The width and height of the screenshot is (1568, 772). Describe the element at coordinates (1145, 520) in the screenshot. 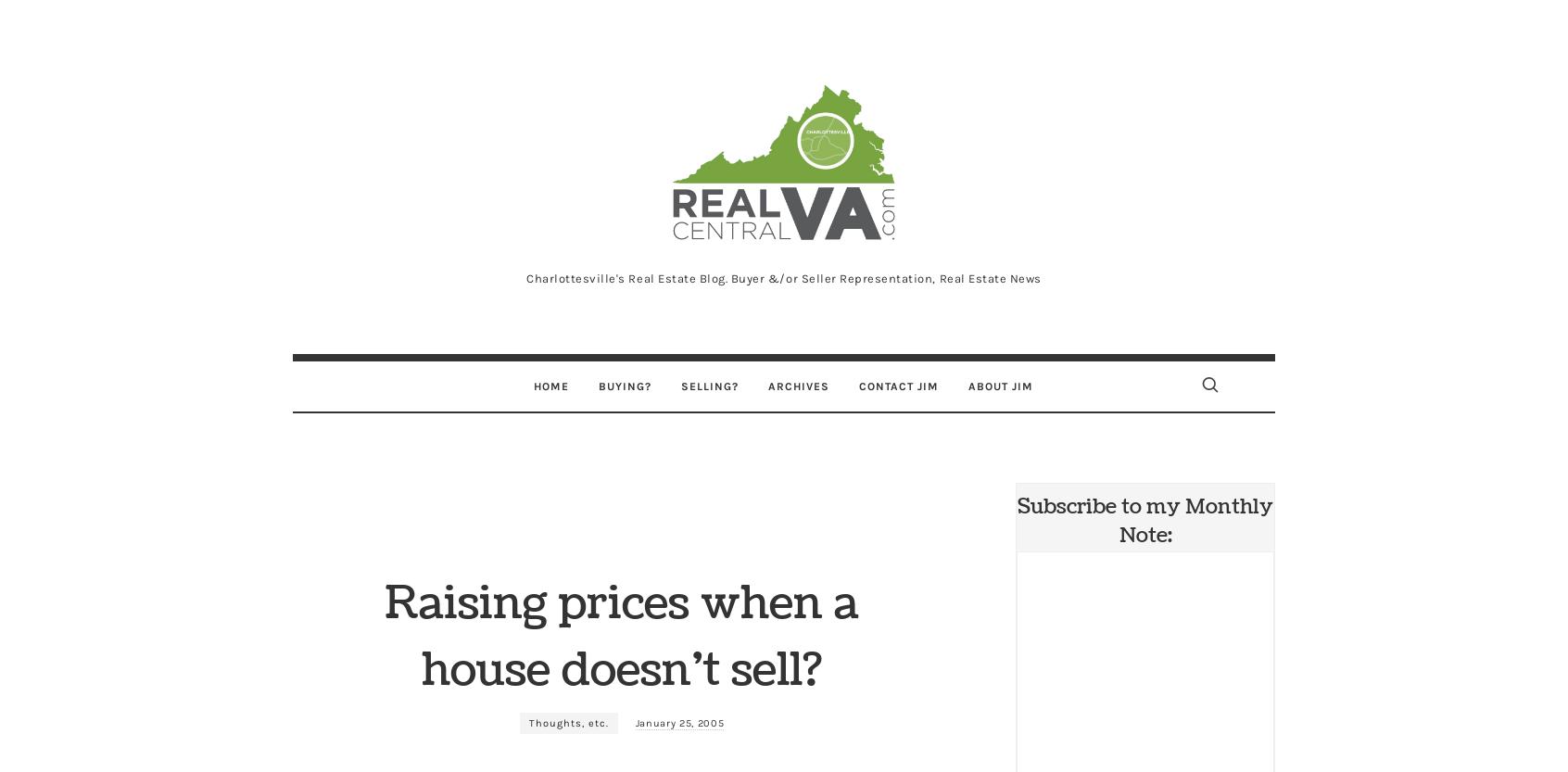

I see `'Subscribe to my Monthly Note:'` at that location.